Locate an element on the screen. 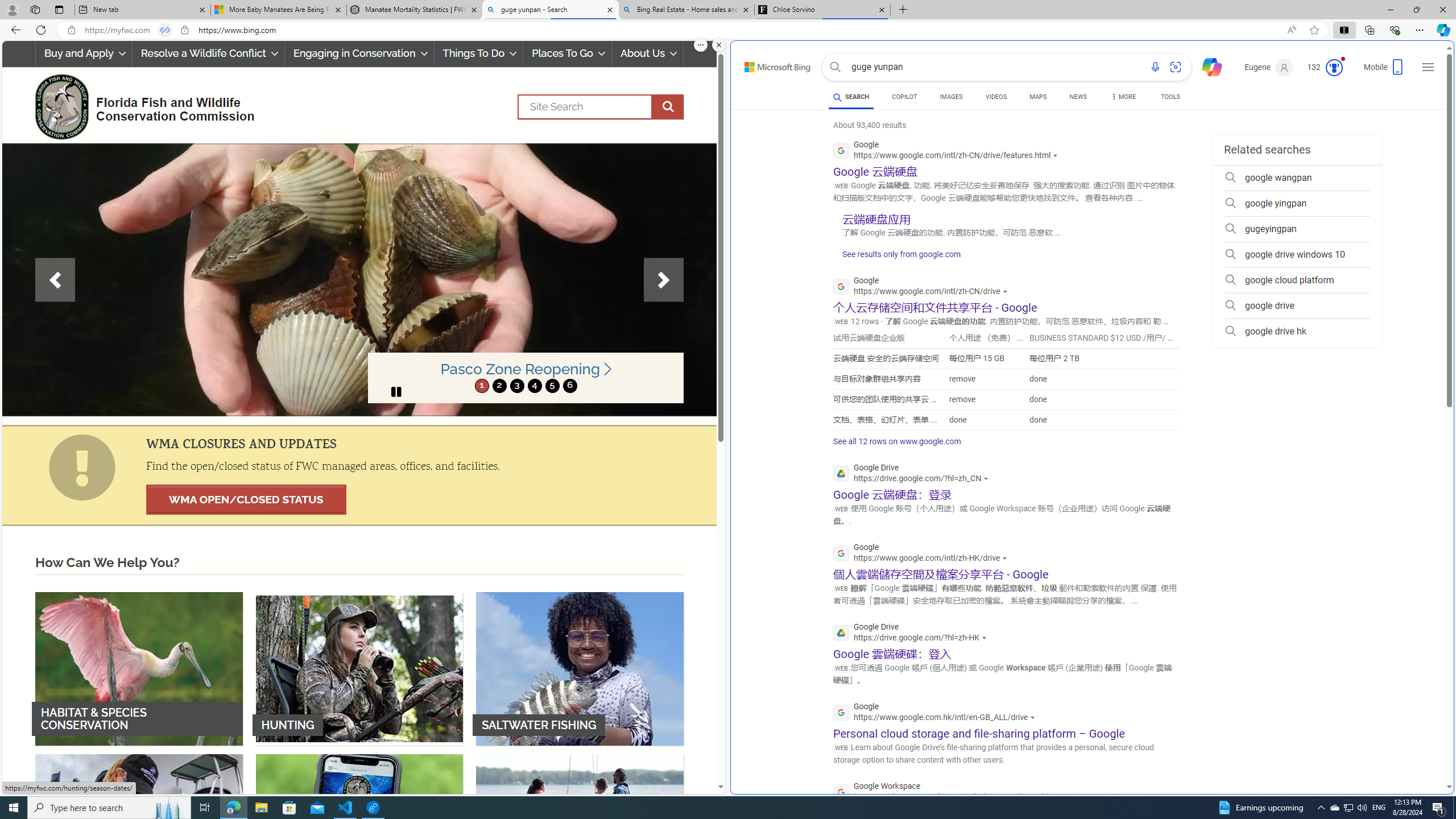  'google drive' is located at coordinates (1296, 305).